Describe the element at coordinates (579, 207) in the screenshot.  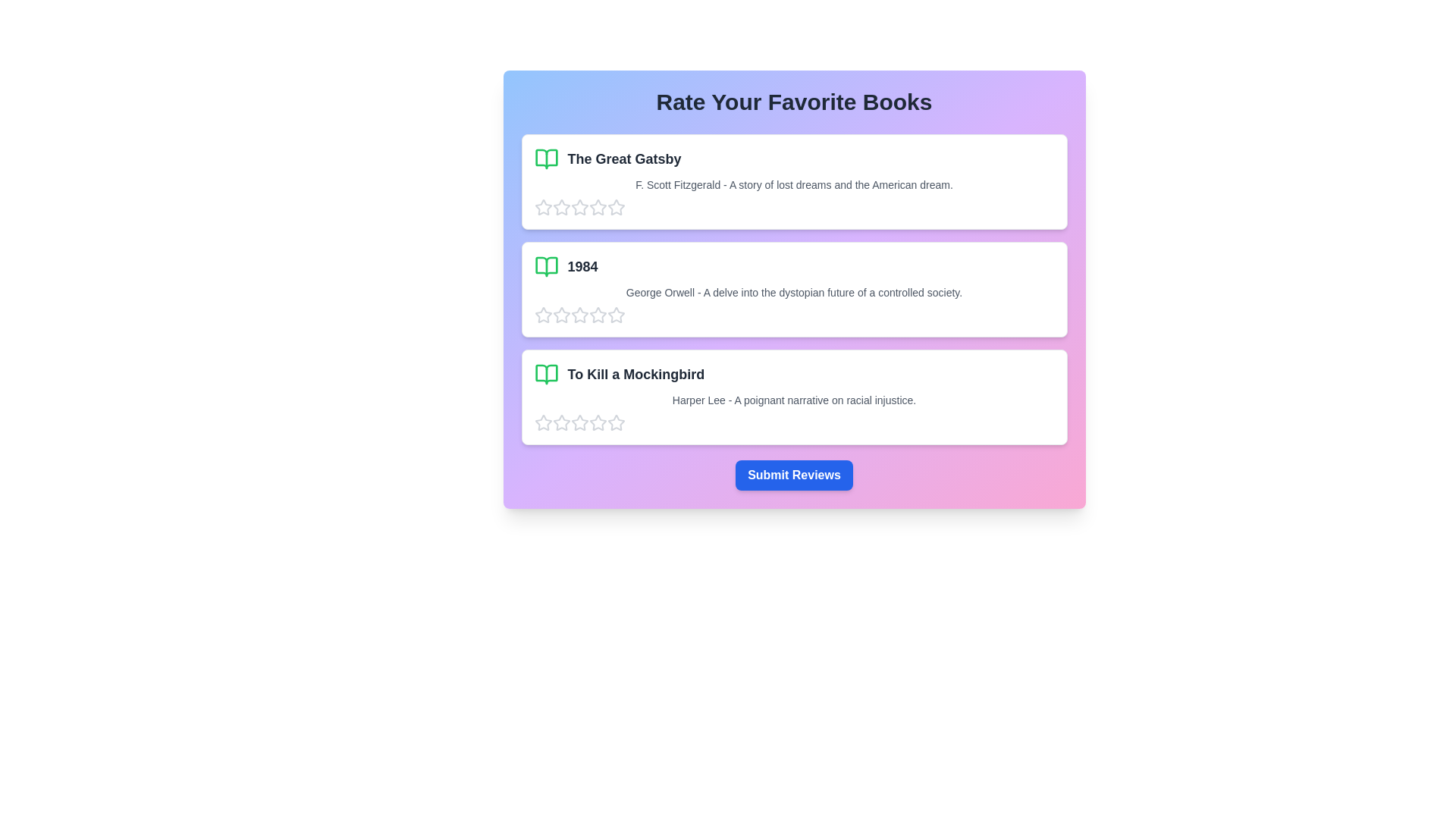
I see `the star corresponding to 3 for the book titled The Great Gatsby` at that location.